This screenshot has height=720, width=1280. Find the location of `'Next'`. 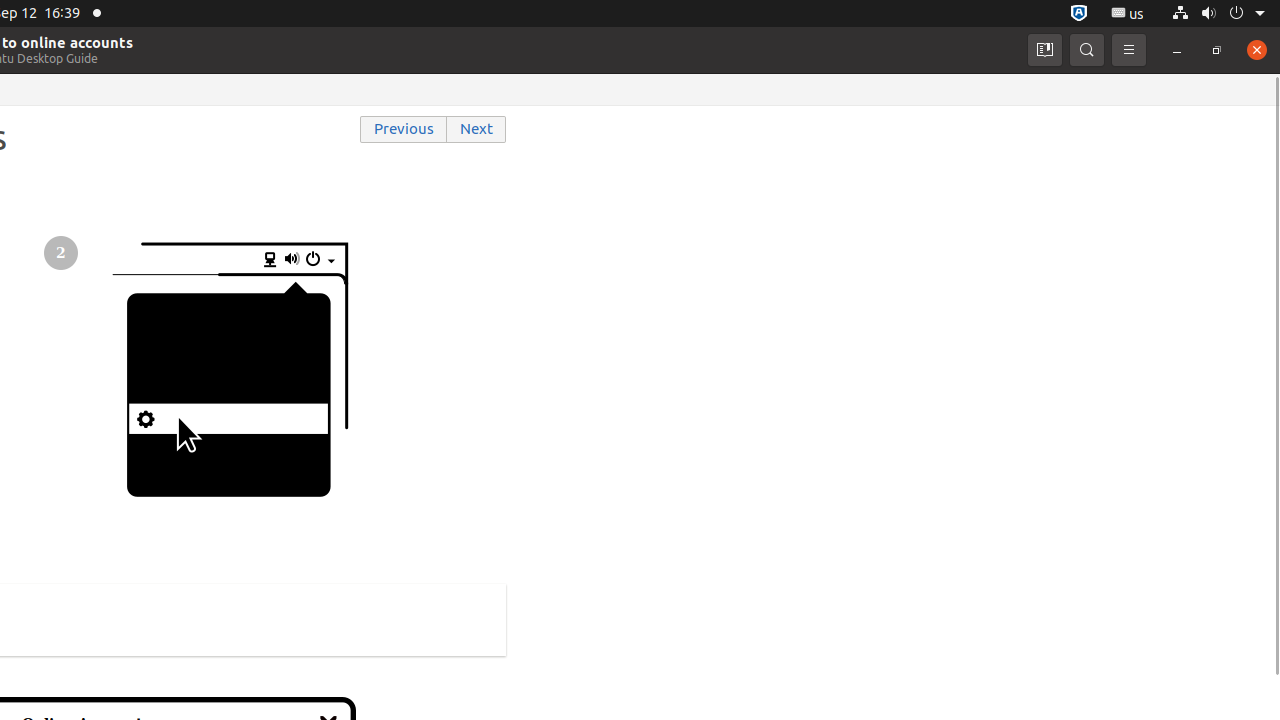

'Next' is located at coordinates (476, 129).